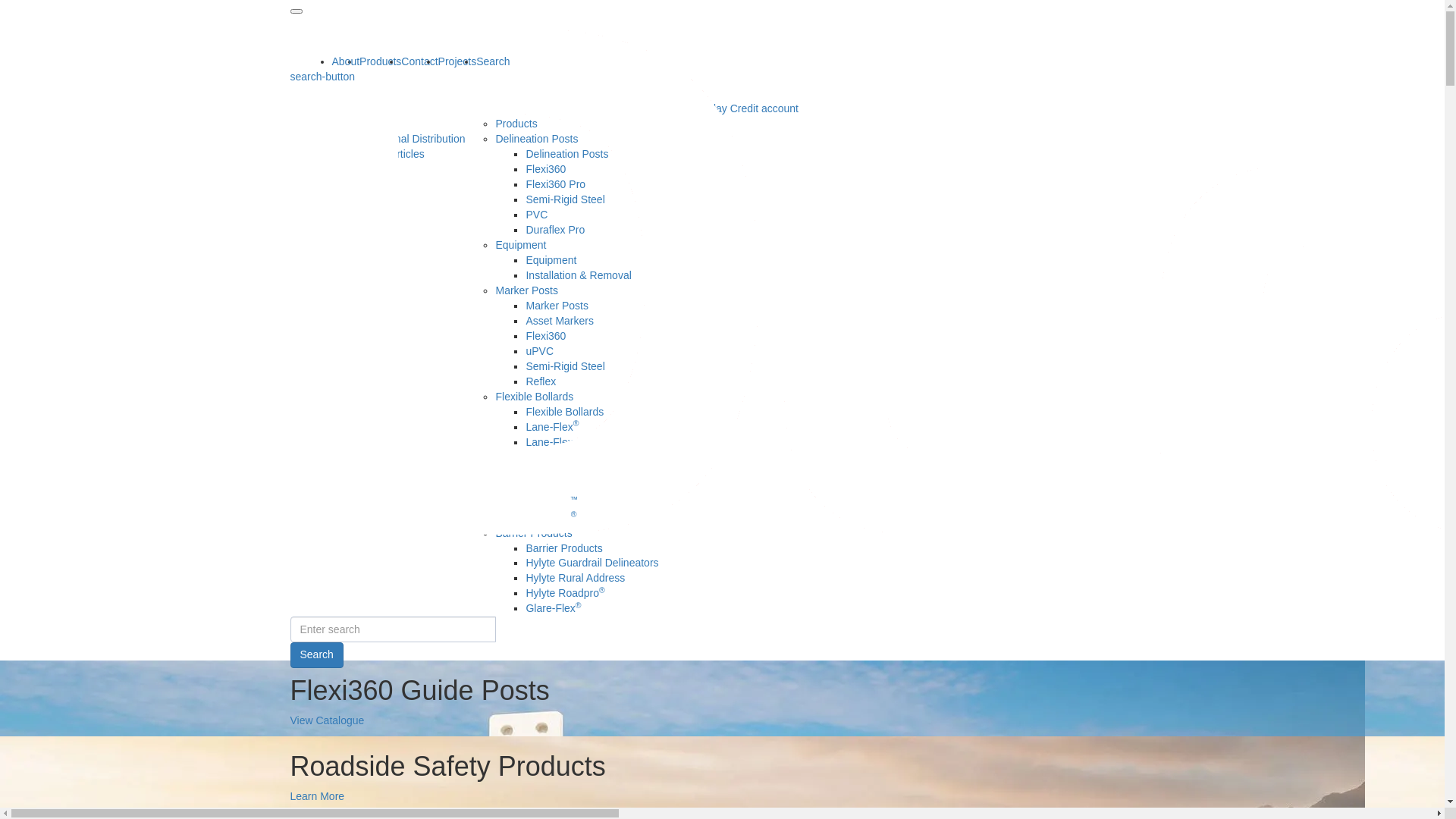 The width and height of the screenshot is (1456, 819). I want to click on 'Learn More', so click(315, 795).